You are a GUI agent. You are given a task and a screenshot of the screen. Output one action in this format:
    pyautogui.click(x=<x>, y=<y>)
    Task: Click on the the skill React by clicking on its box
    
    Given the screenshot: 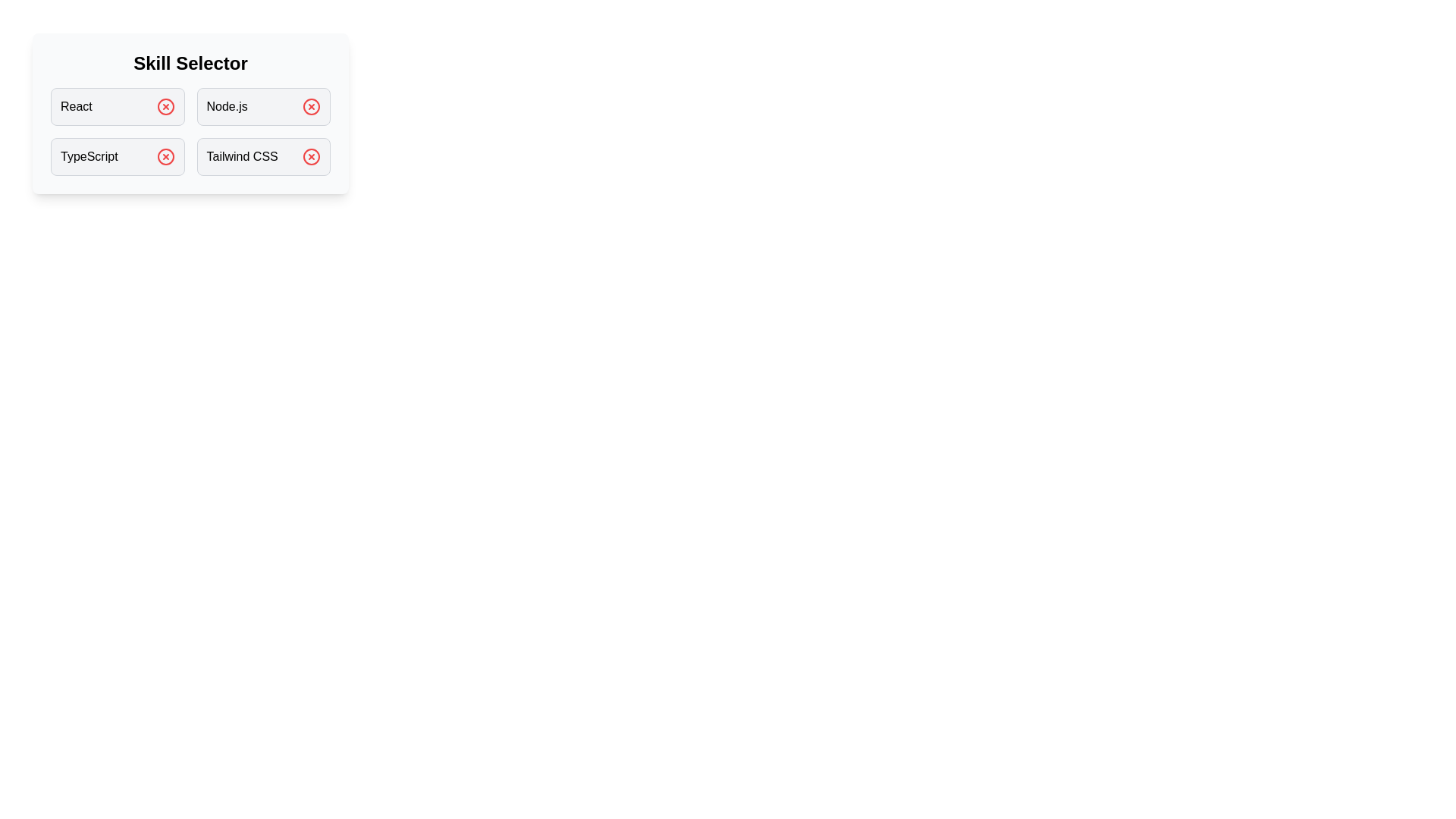 What is the action you would take?
    pyautogui.click(x=117, y=106)
    